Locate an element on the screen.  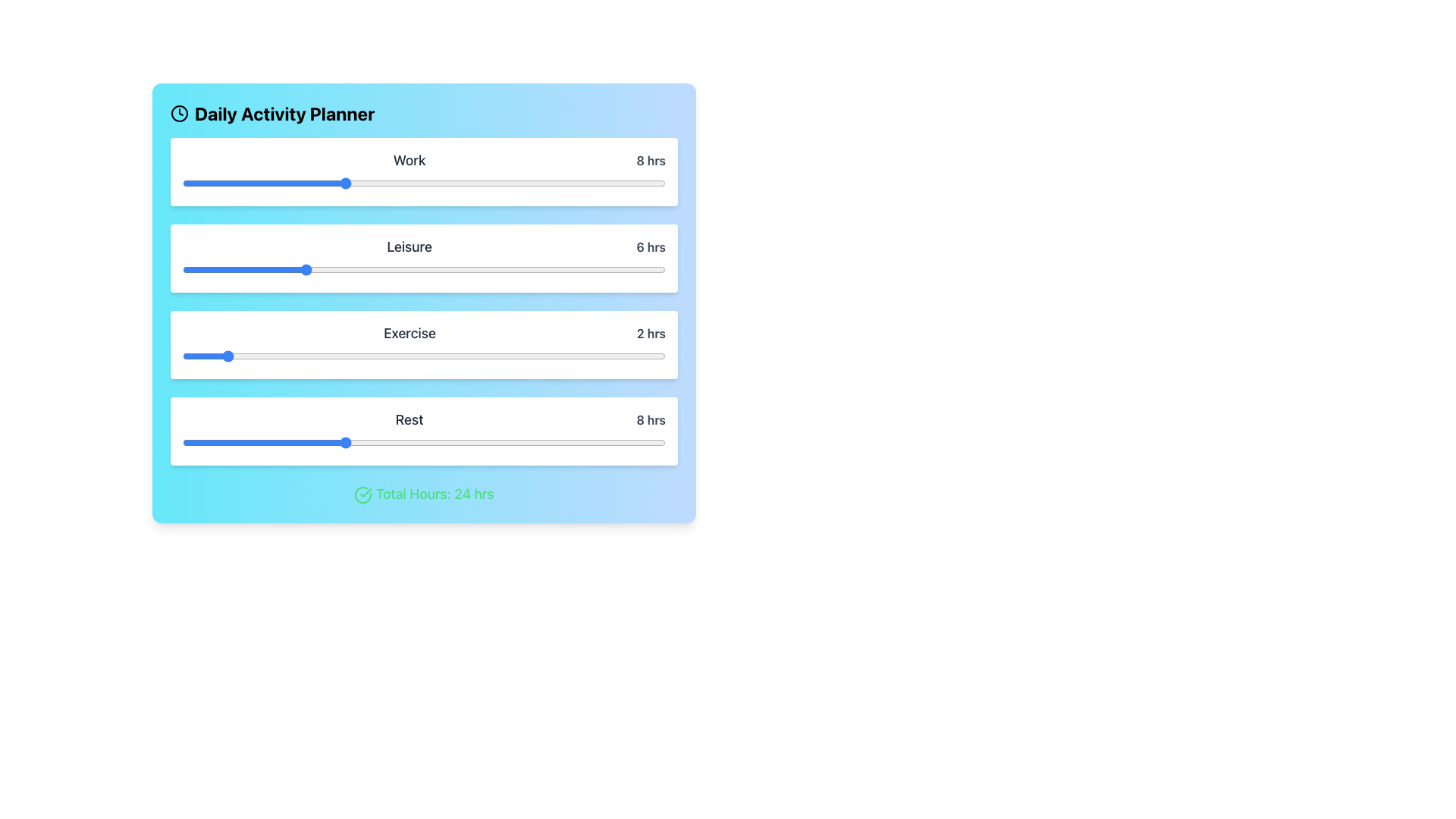
'Work' hours is located at coordinates (525, 183).